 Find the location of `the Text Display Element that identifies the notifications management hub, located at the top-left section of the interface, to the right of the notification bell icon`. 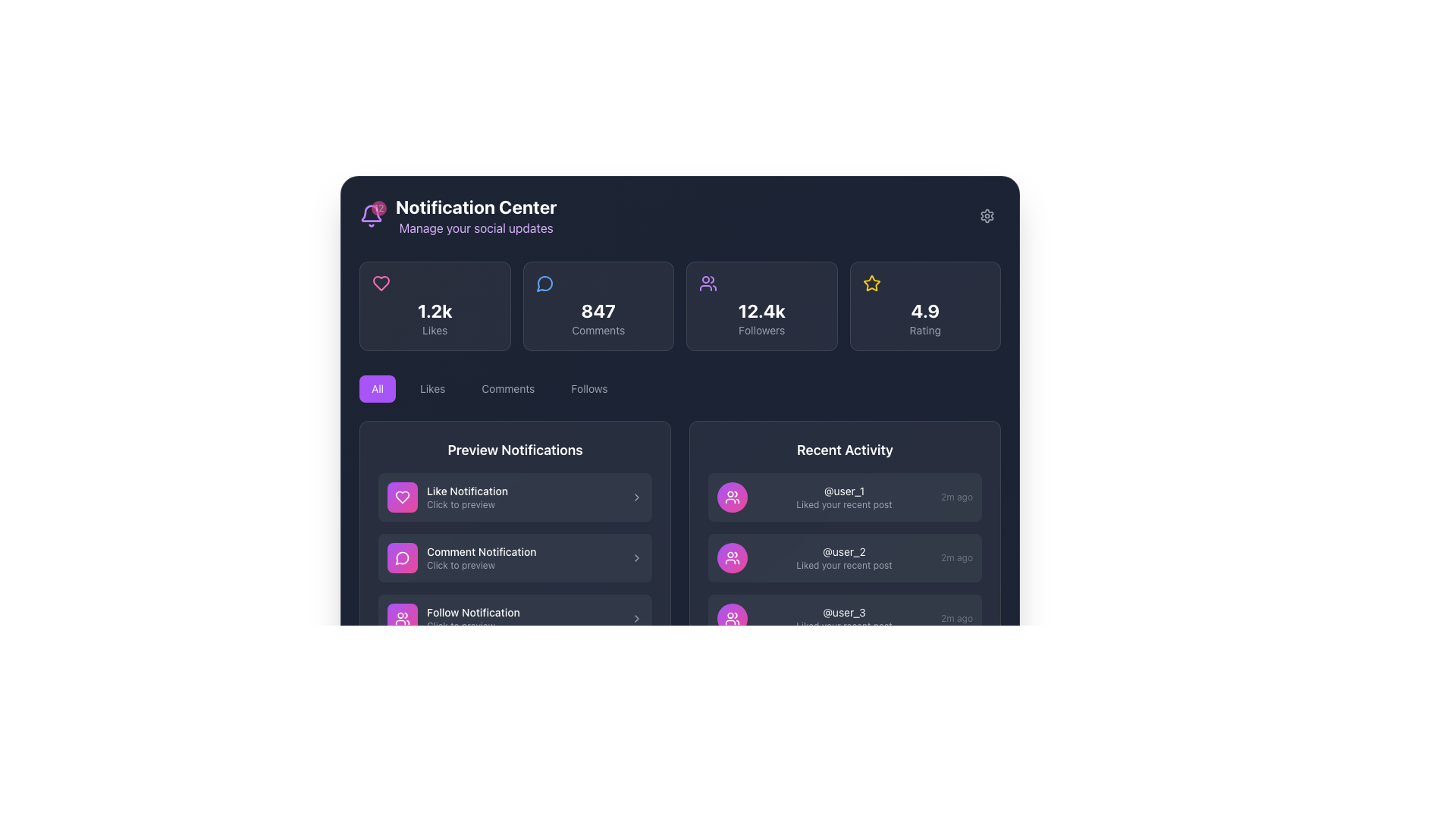

the Text Display Element that identifies the notifications management hub, located at the top-left section of the interface, to the right of the notification bell icon is located at coordinates (475, 216).